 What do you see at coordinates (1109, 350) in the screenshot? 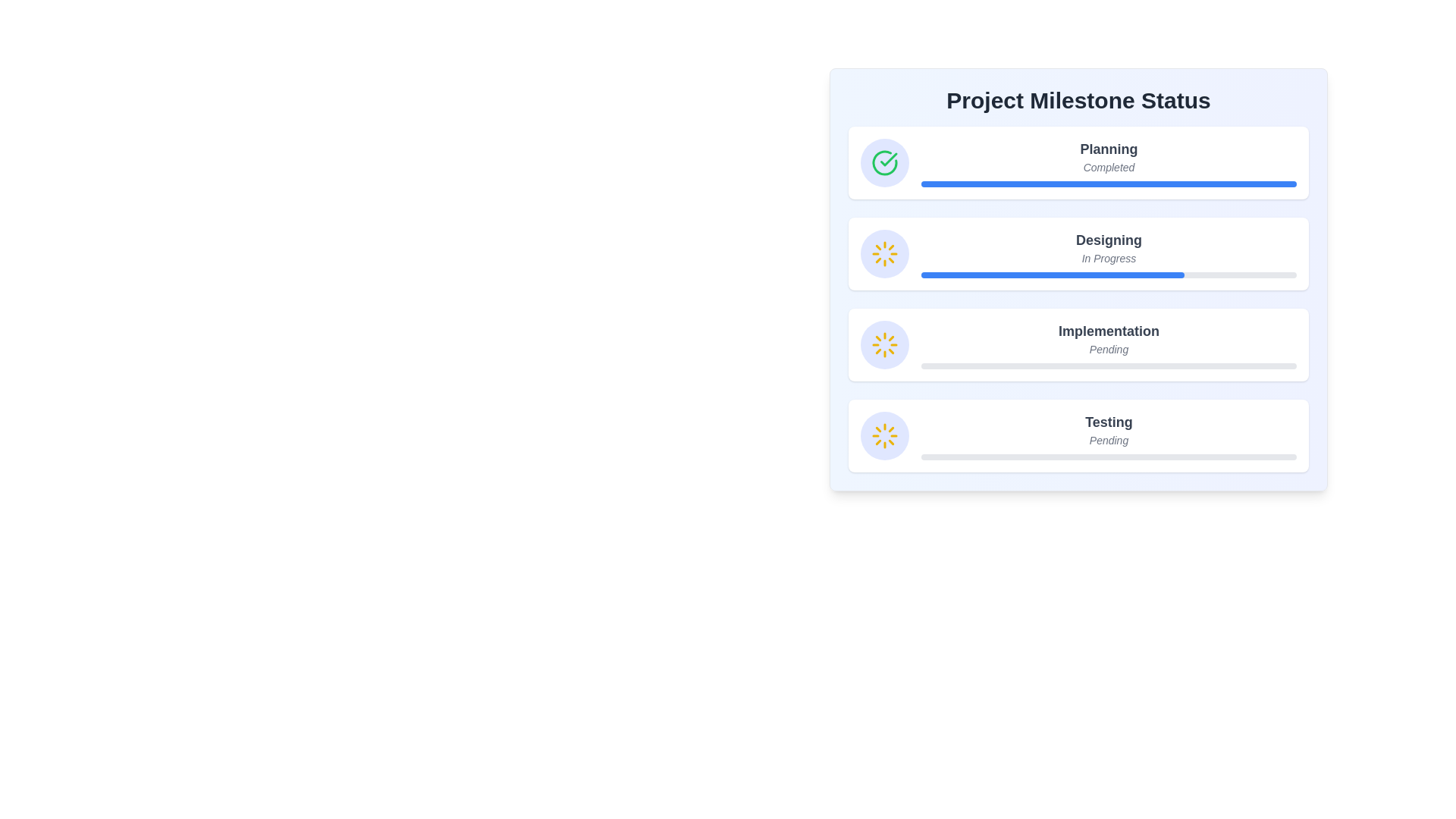
I see `the text label indicating the status of the milestone, which currently displays 'Pending', located below the 'Implementation' text and above the progress bar` at bounding box center [1109, 350].